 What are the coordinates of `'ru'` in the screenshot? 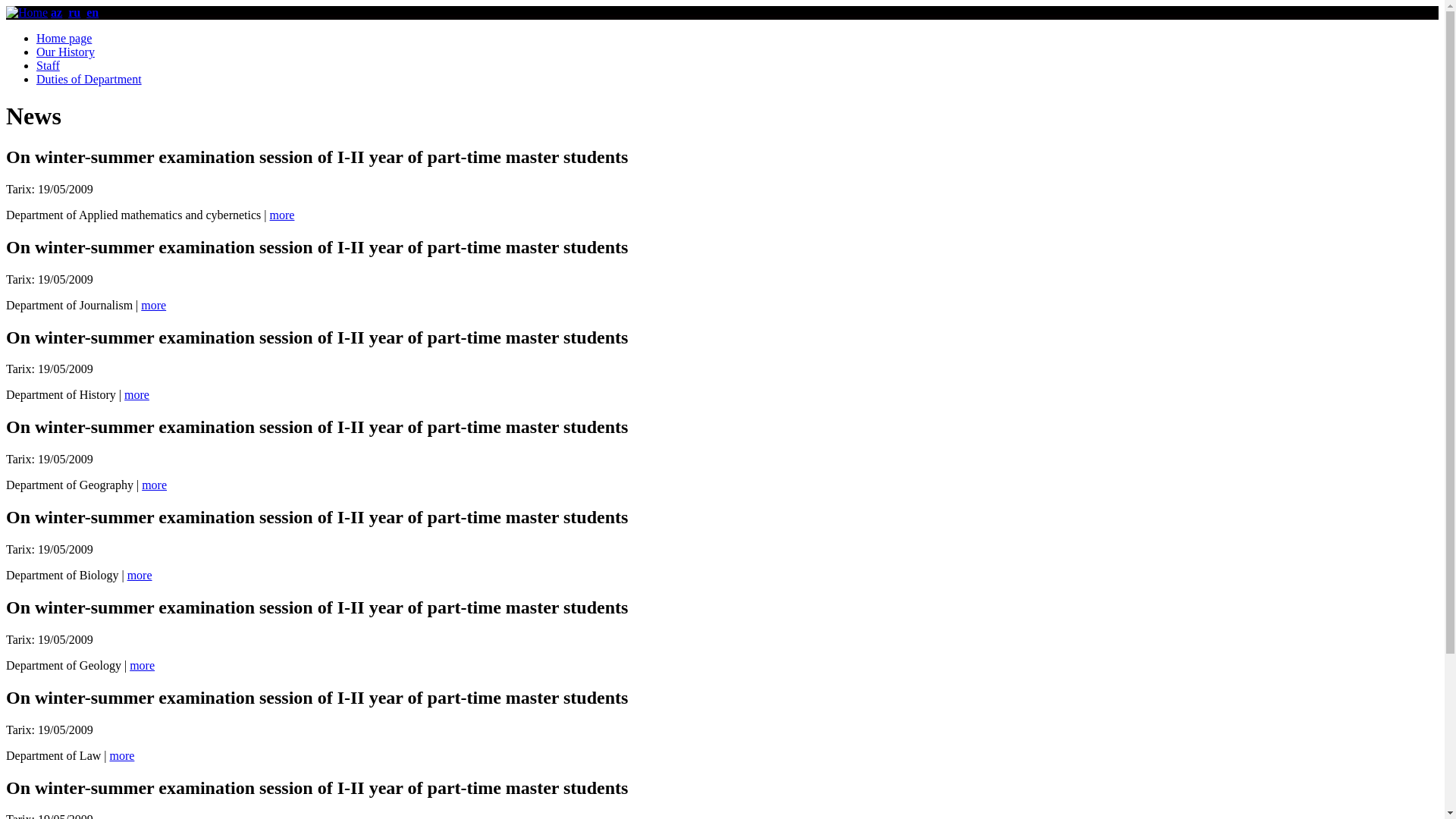 It's located at (67, 12).